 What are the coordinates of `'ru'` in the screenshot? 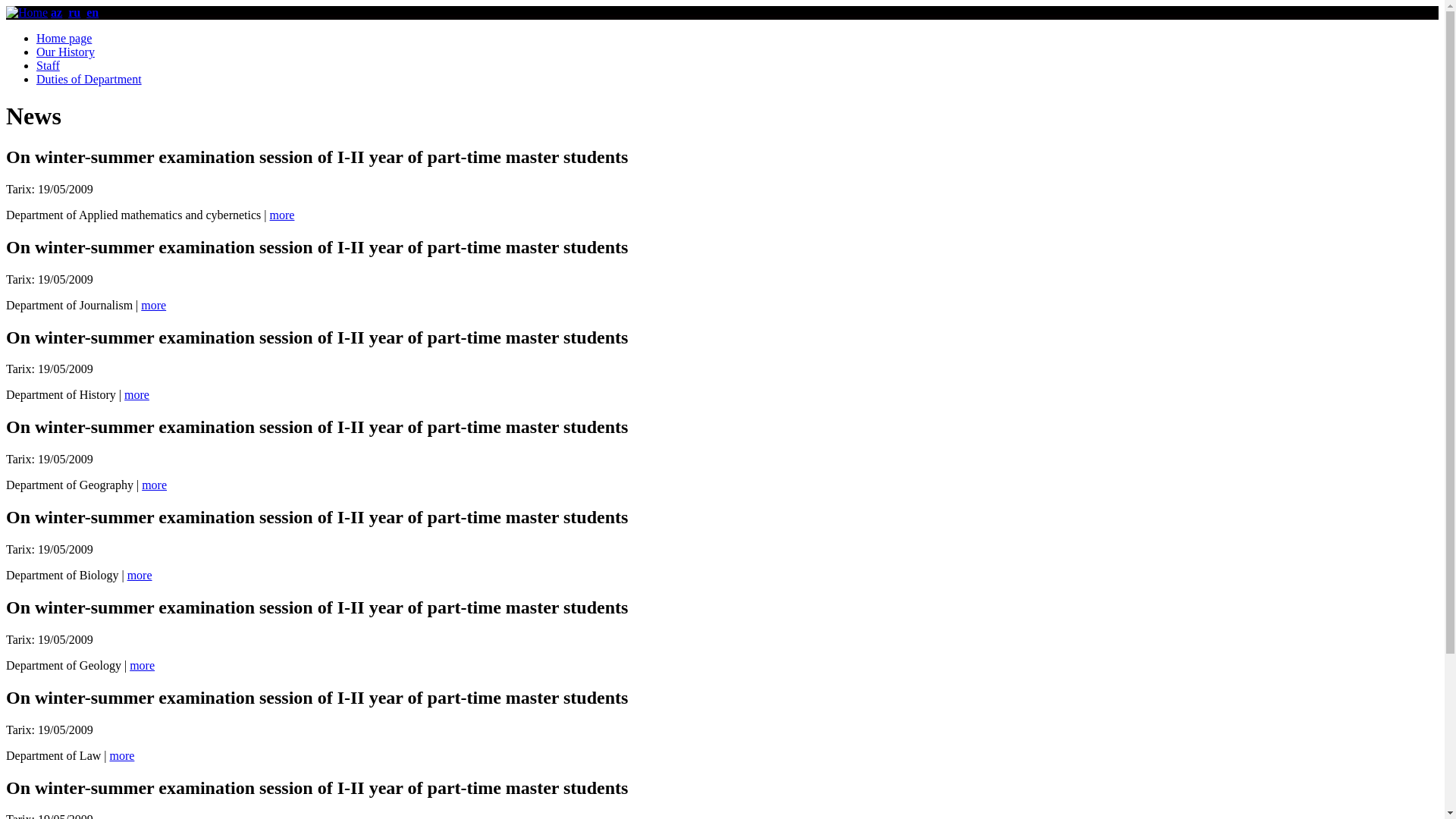 It's located at (67, 12).